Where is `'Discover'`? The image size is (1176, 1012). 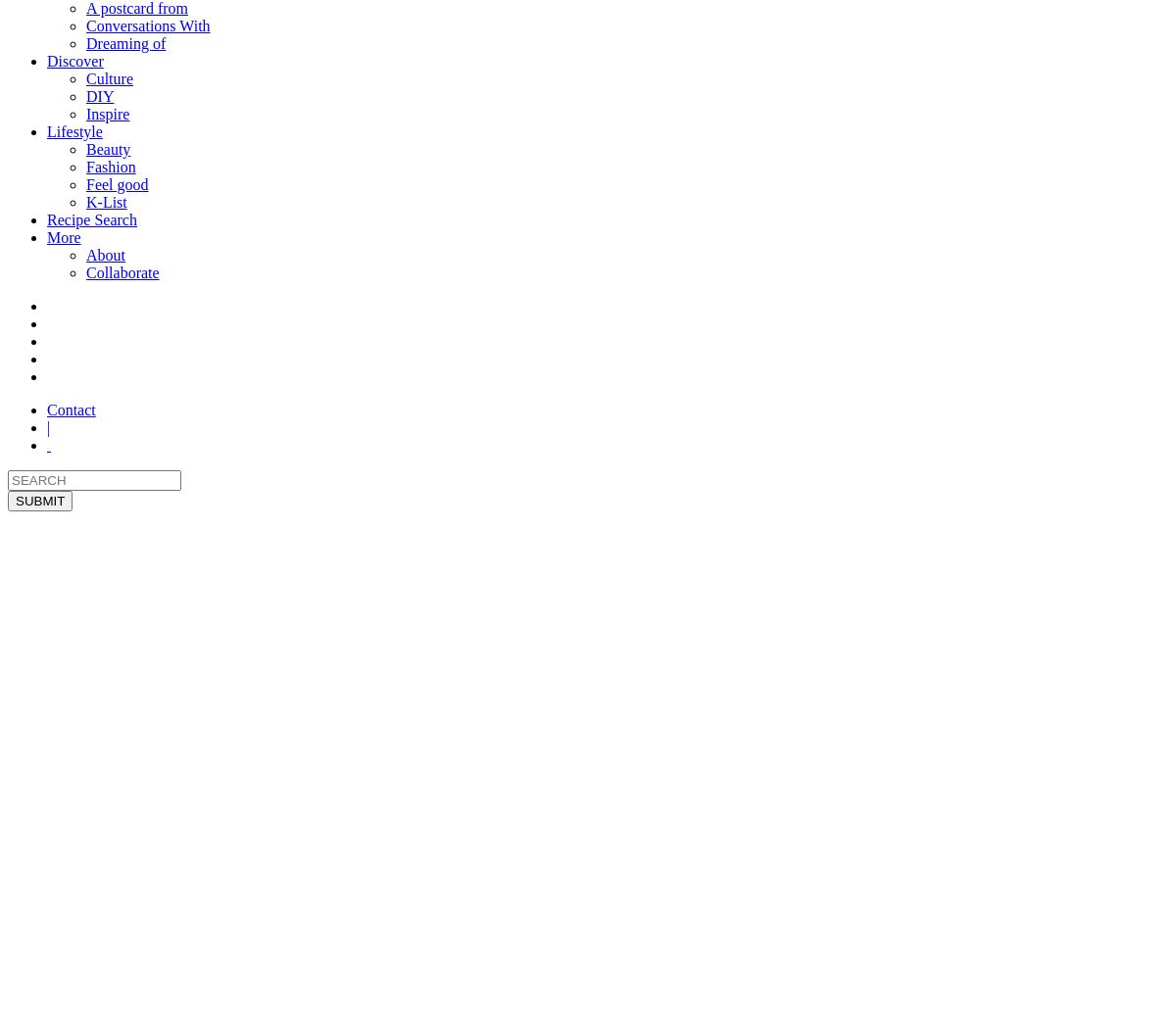
'Discover' is located at coordinates (74, 61).